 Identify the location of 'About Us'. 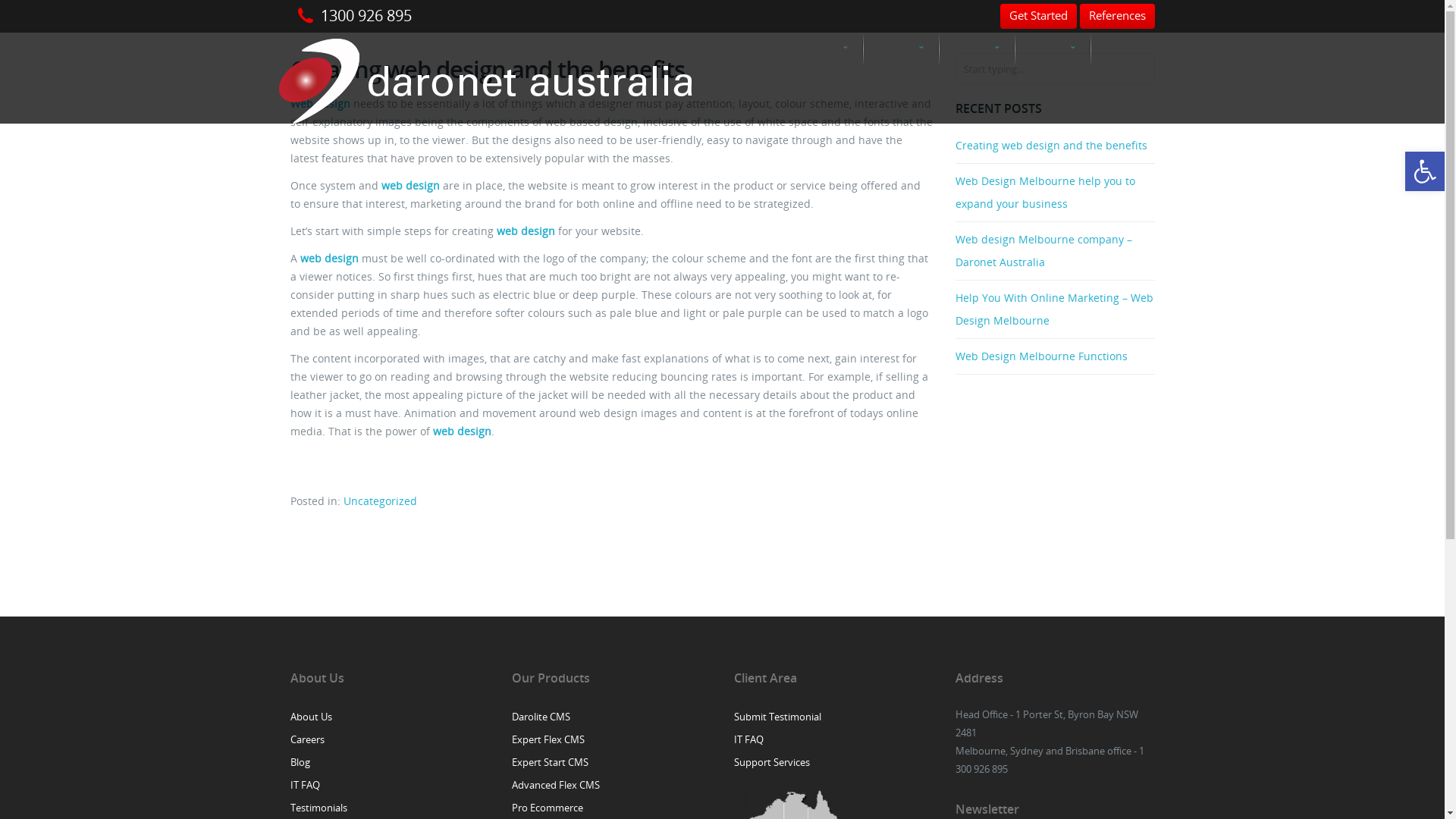
(309, 717).